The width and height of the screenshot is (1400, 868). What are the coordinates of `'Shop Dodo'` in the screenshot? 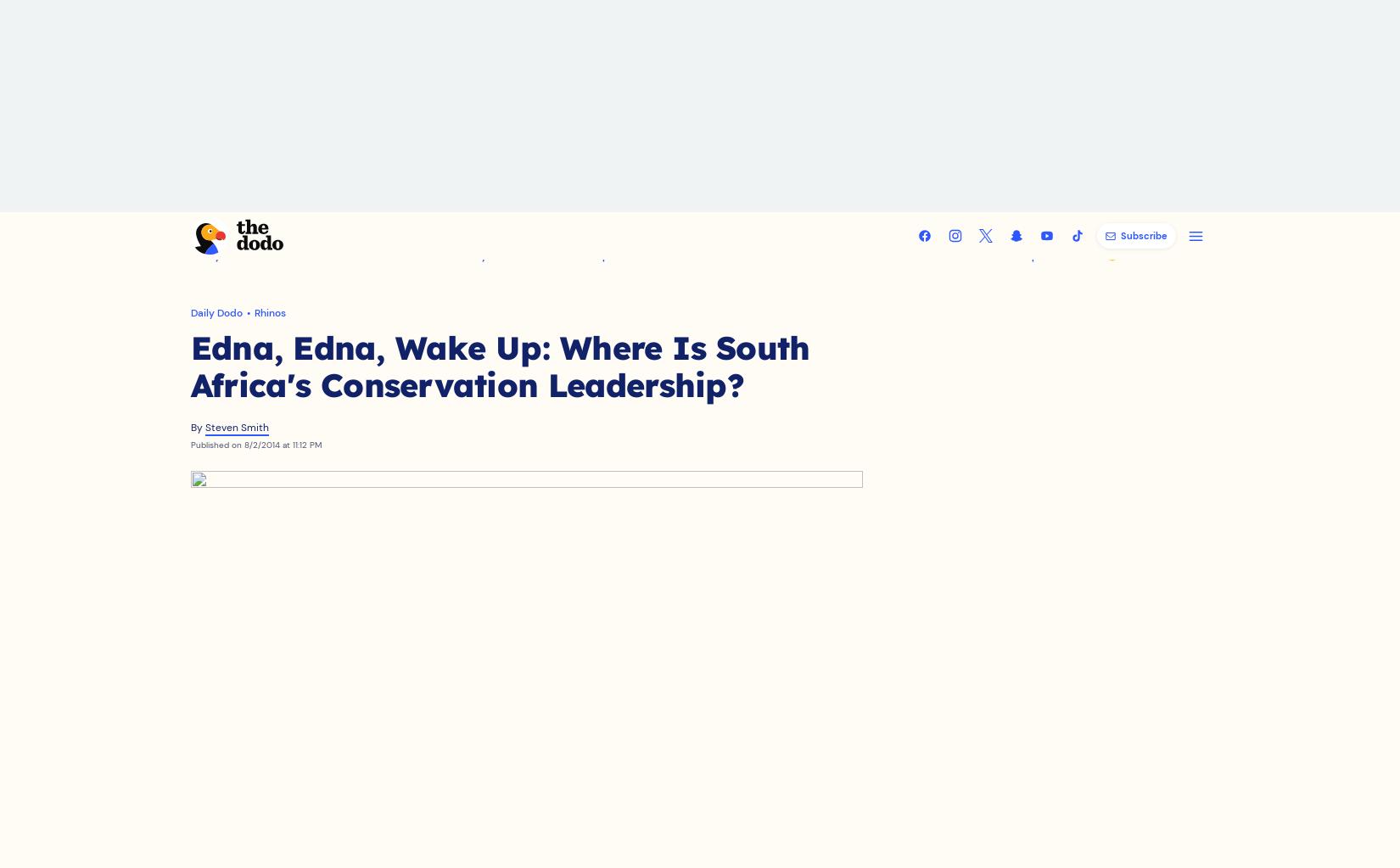 It's located at (609, 273).